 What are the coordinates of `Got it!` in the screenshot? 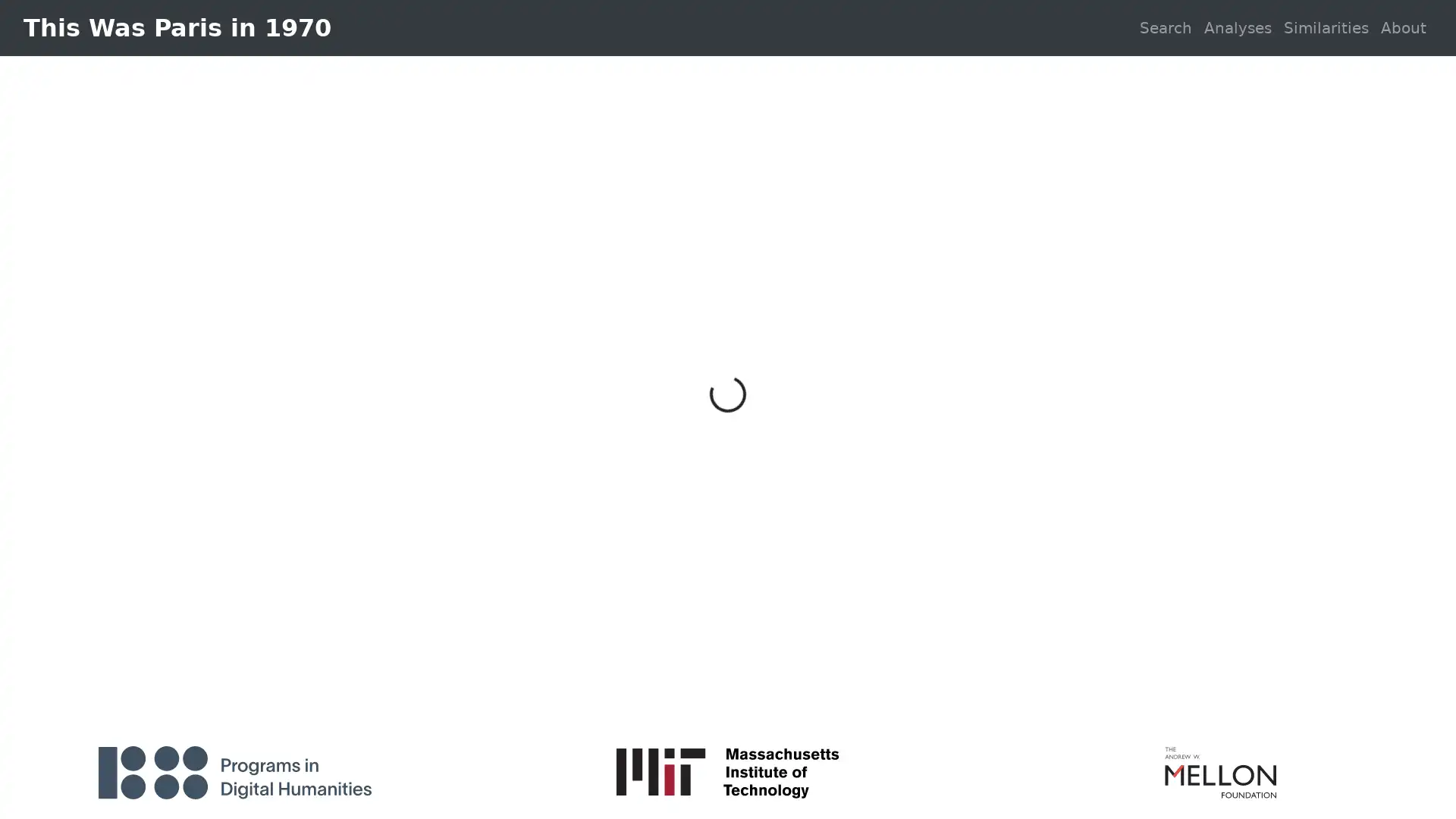 It's located at (990, 513).